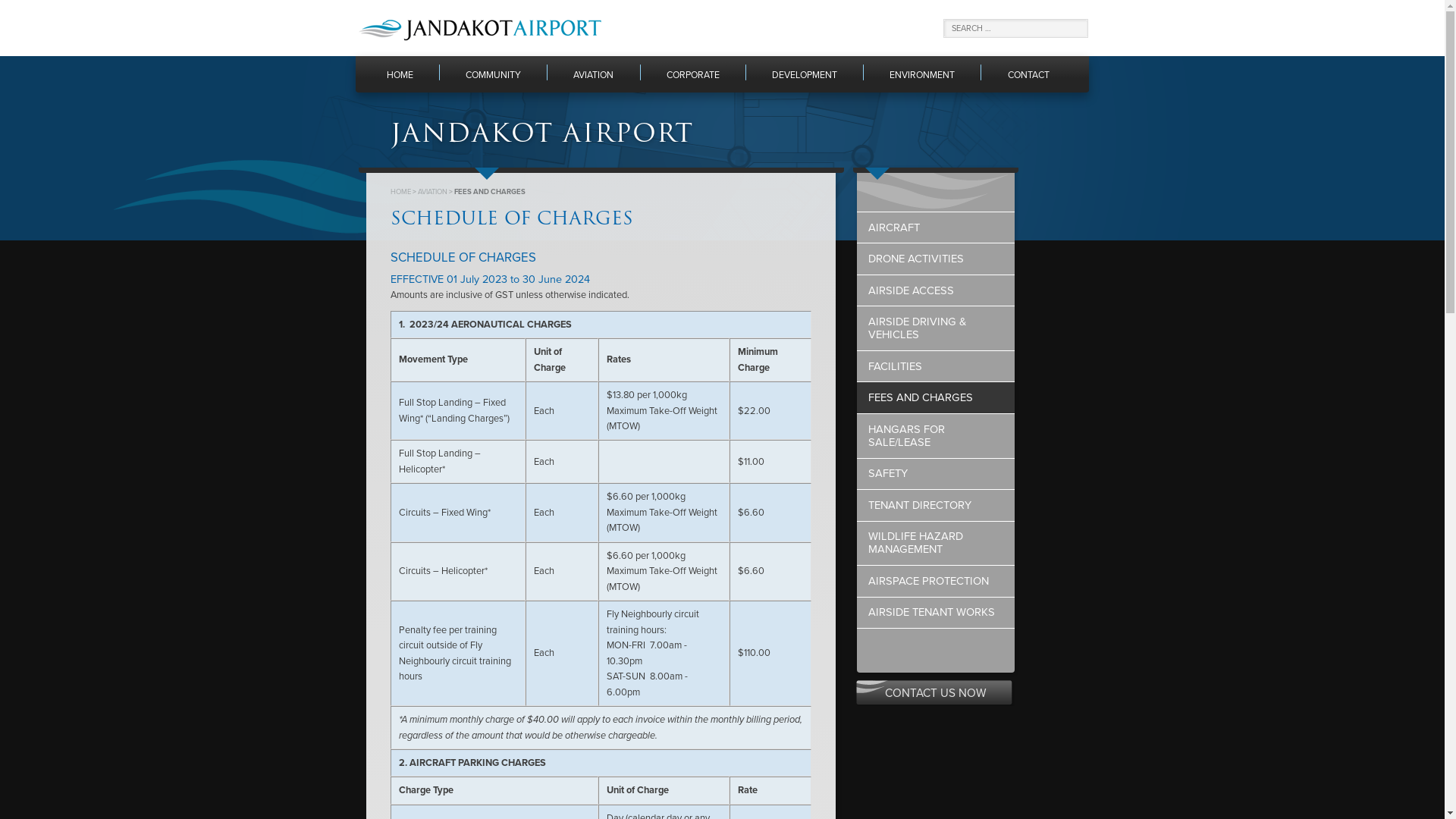 Image resolution: width=1456 pixels, height=819 pixels. Describe the element at coordinates (934, 258) in the screenshot. I see `'DRONE ACTIVITIES'` at that location.